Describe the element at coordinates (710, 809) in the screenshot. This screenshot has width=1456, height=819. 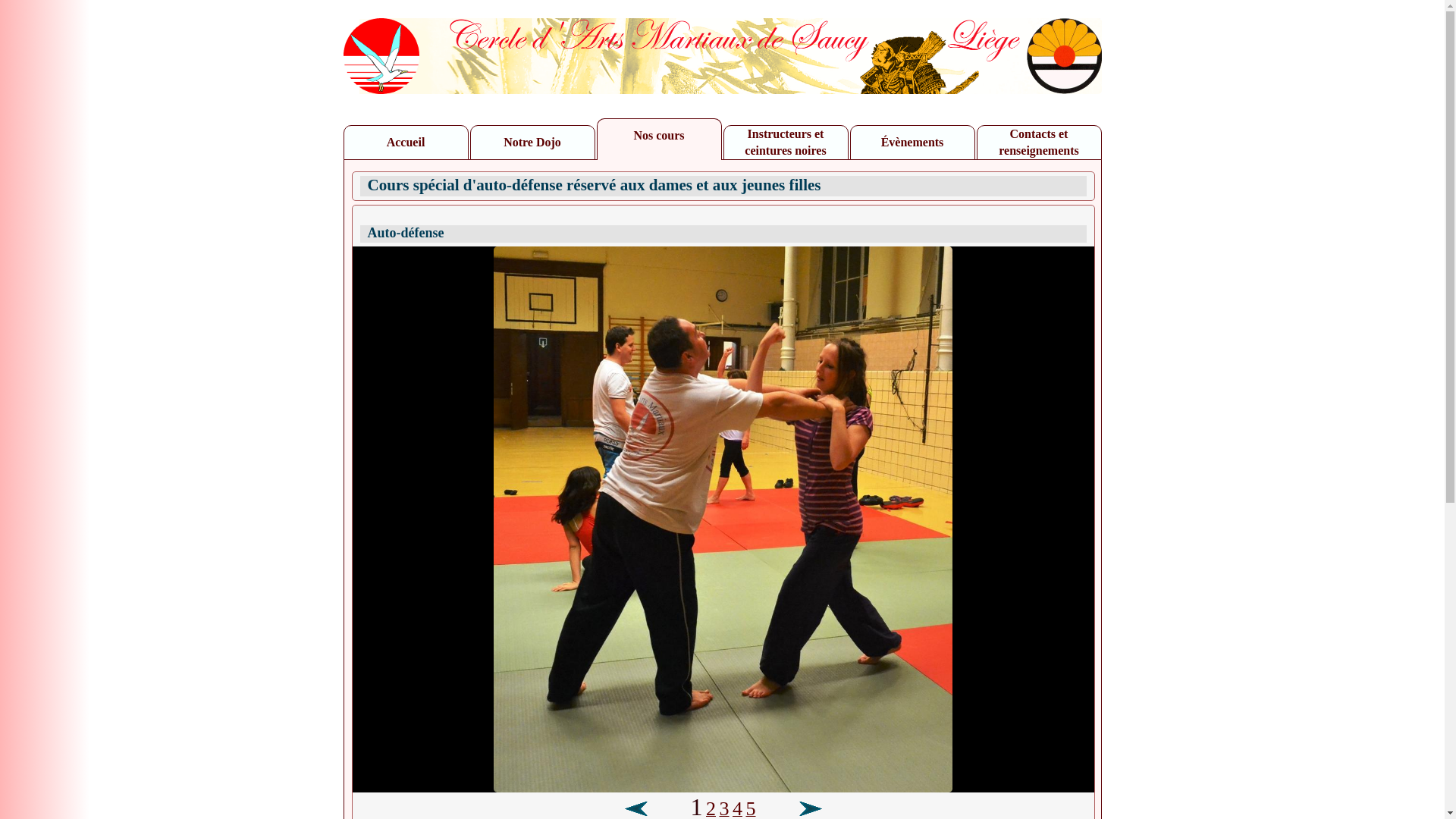
I see `'2'` at that location.